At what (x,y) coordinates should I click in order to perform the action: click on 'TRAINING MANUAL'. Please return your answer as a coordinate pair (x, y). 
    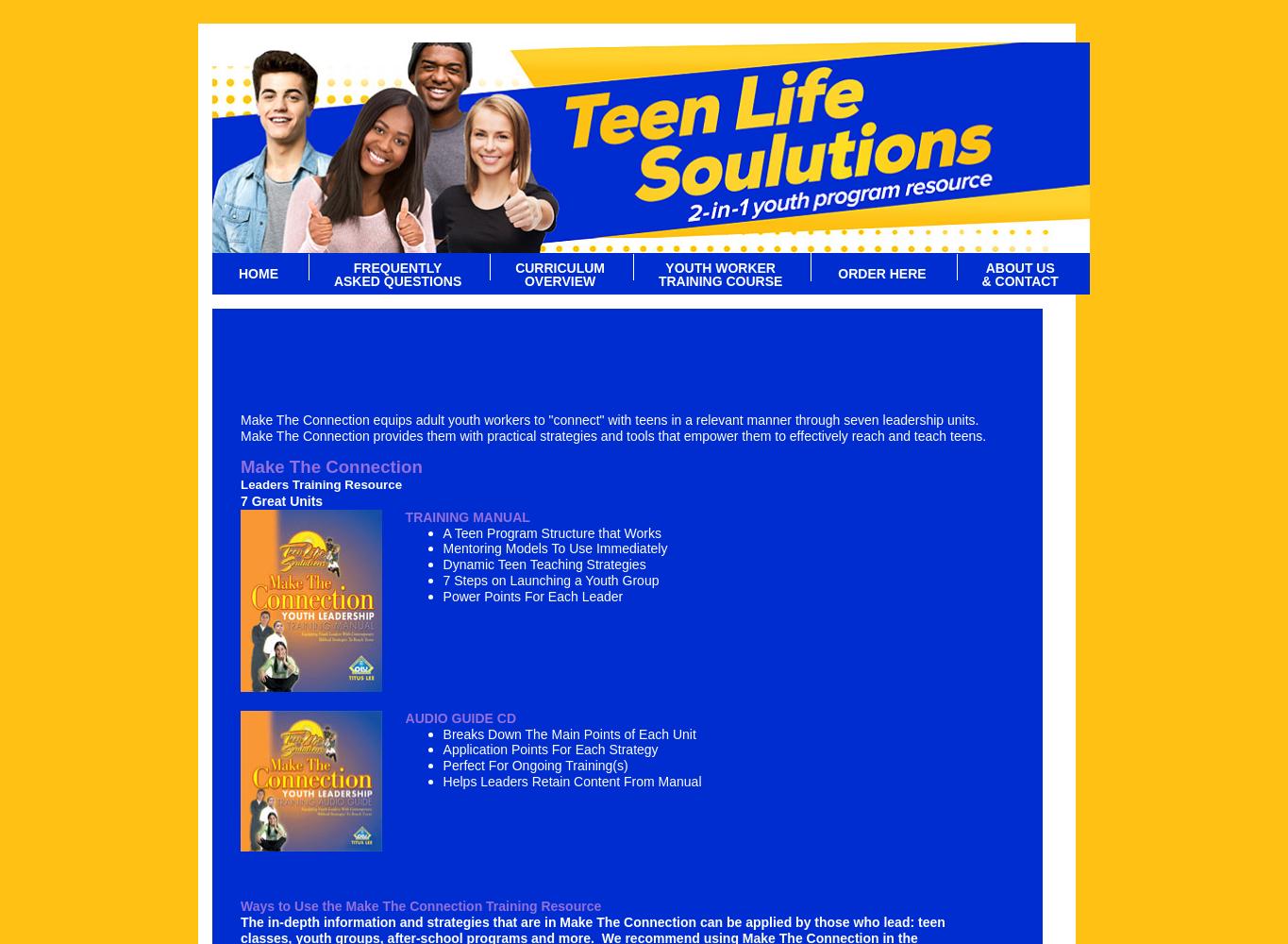
    Looking at the image, I should click on (465, 516).